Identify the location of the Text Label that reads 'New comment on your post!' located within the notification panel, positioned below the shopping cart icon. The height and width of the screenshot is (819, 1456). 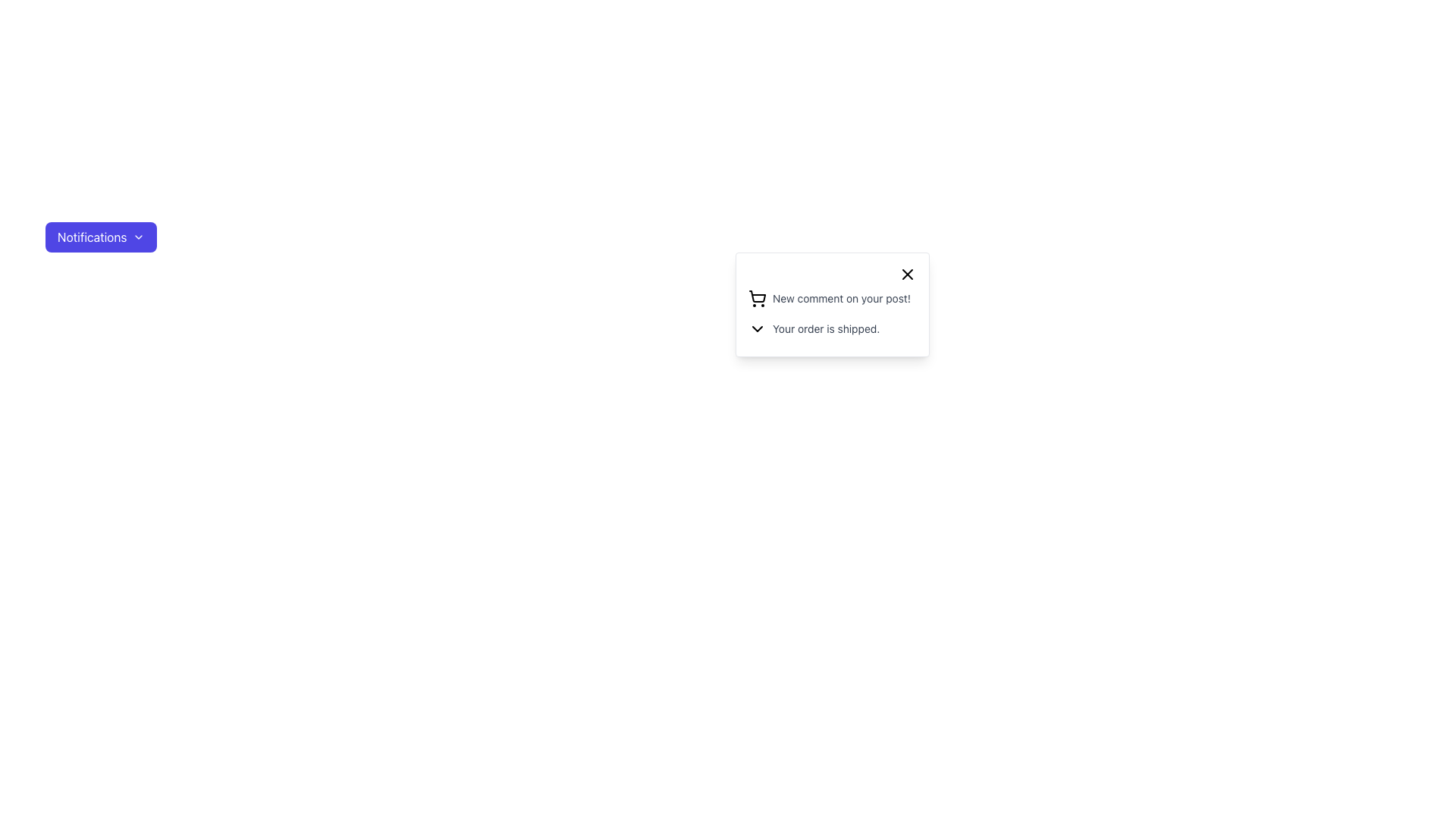
(840, 298).